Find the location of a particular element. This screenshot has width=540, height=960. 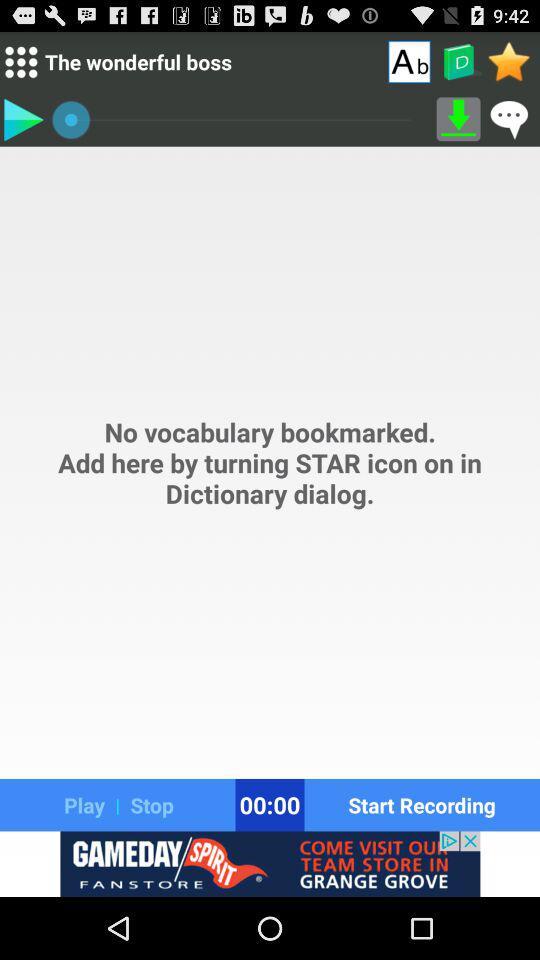

the book icon is located at coordinates (458, 66).